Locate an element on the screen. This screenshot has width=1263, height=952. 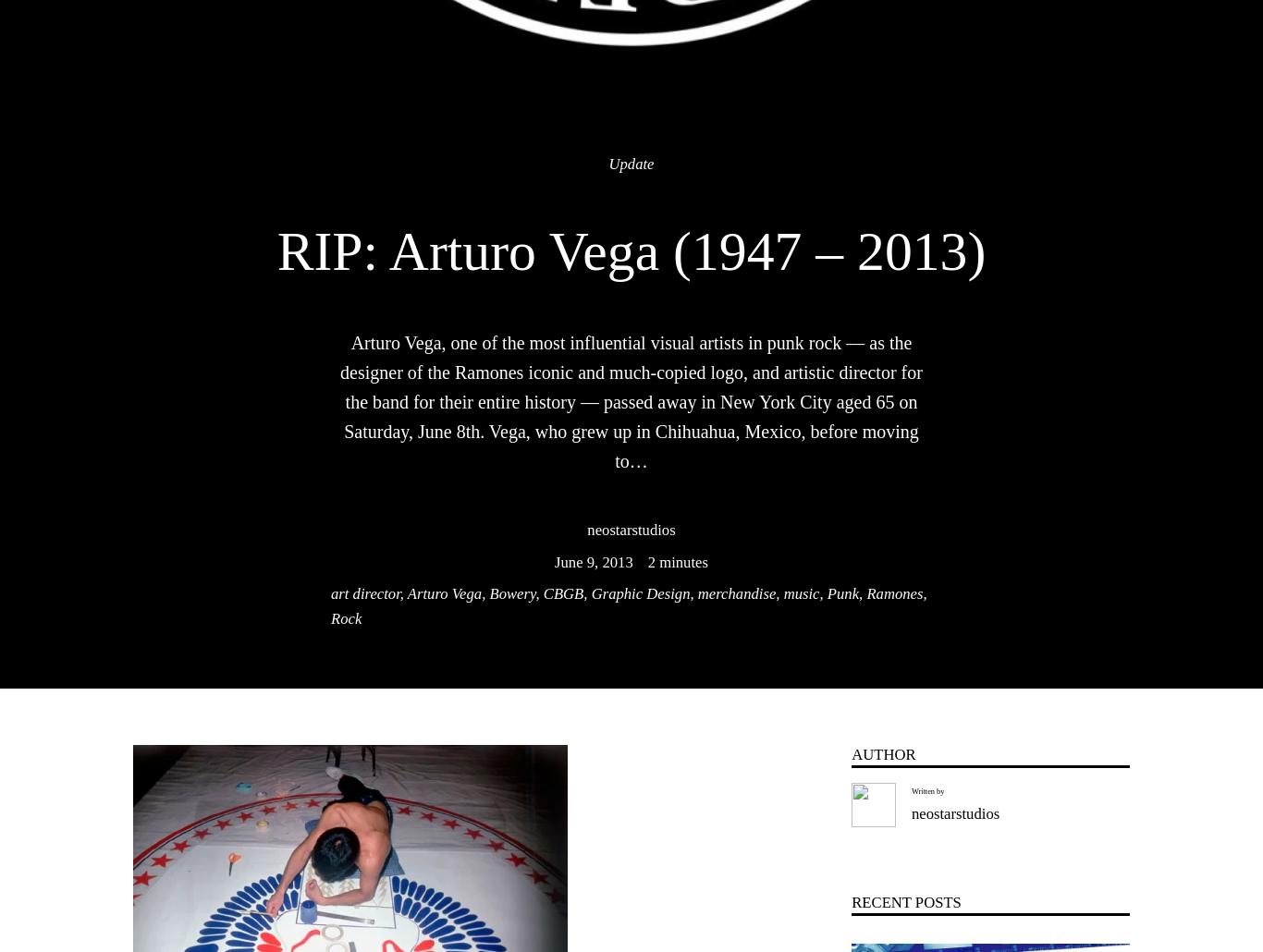
'Written by' is located at coordinates (927, 789).